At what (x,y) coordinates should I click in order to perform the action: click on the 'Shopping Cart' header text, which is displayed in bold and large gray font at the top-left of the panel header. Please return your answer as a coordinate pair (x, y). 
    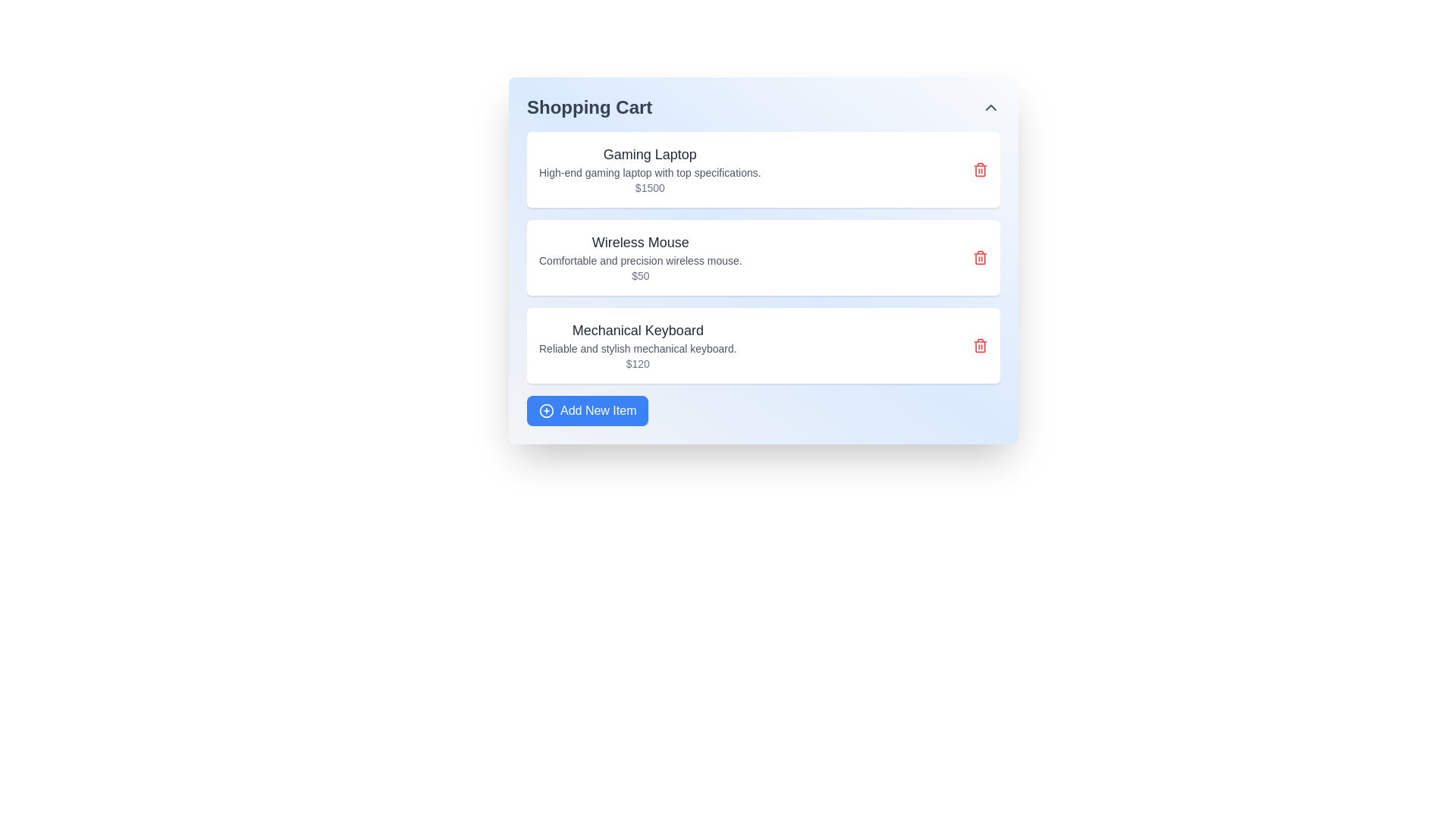
    Looking at the image, I should click on (588, 107).